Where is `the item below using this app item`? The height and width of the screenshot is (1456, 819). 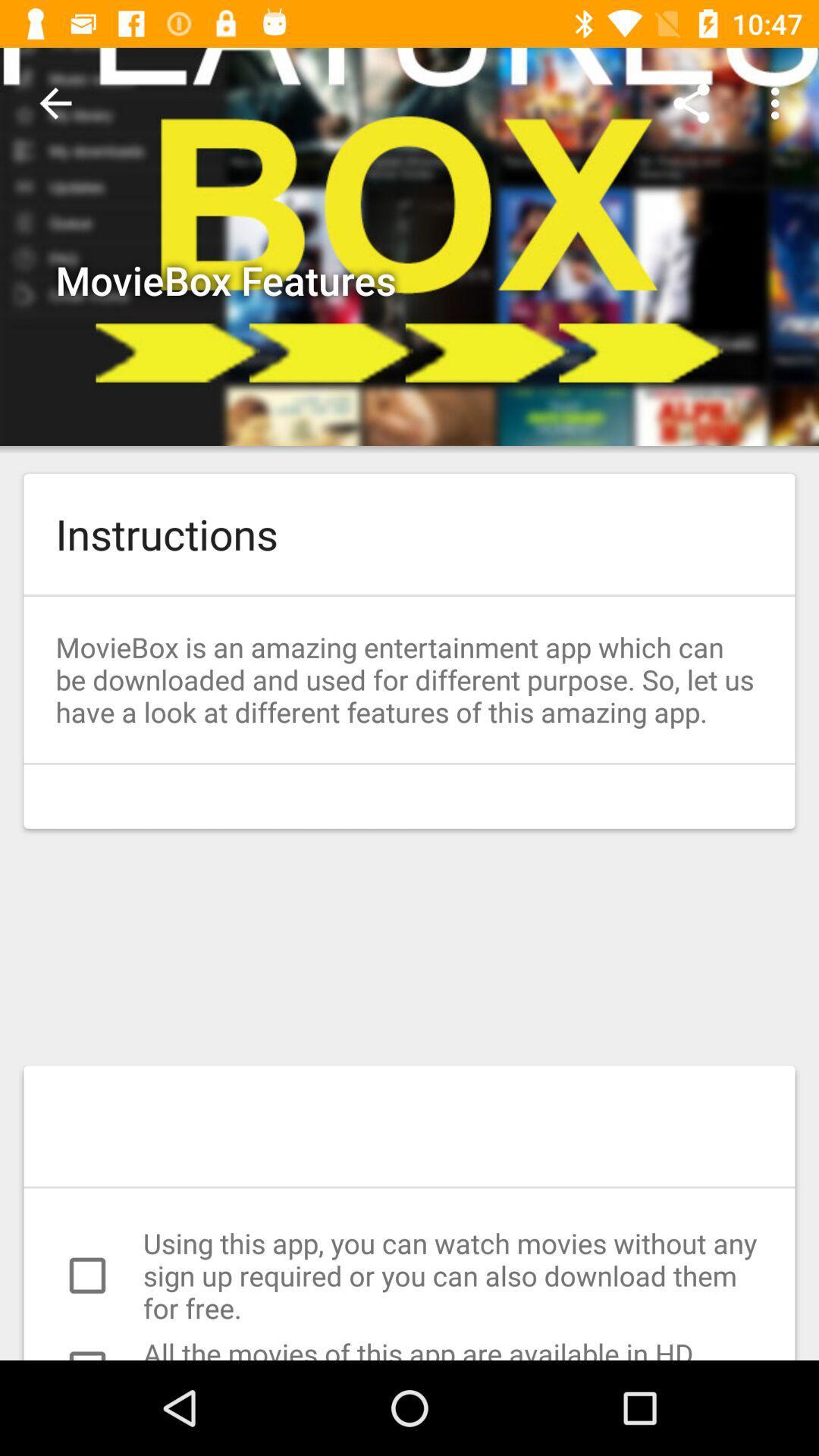
the item below using this app item is located at coordinates (409, 1348).